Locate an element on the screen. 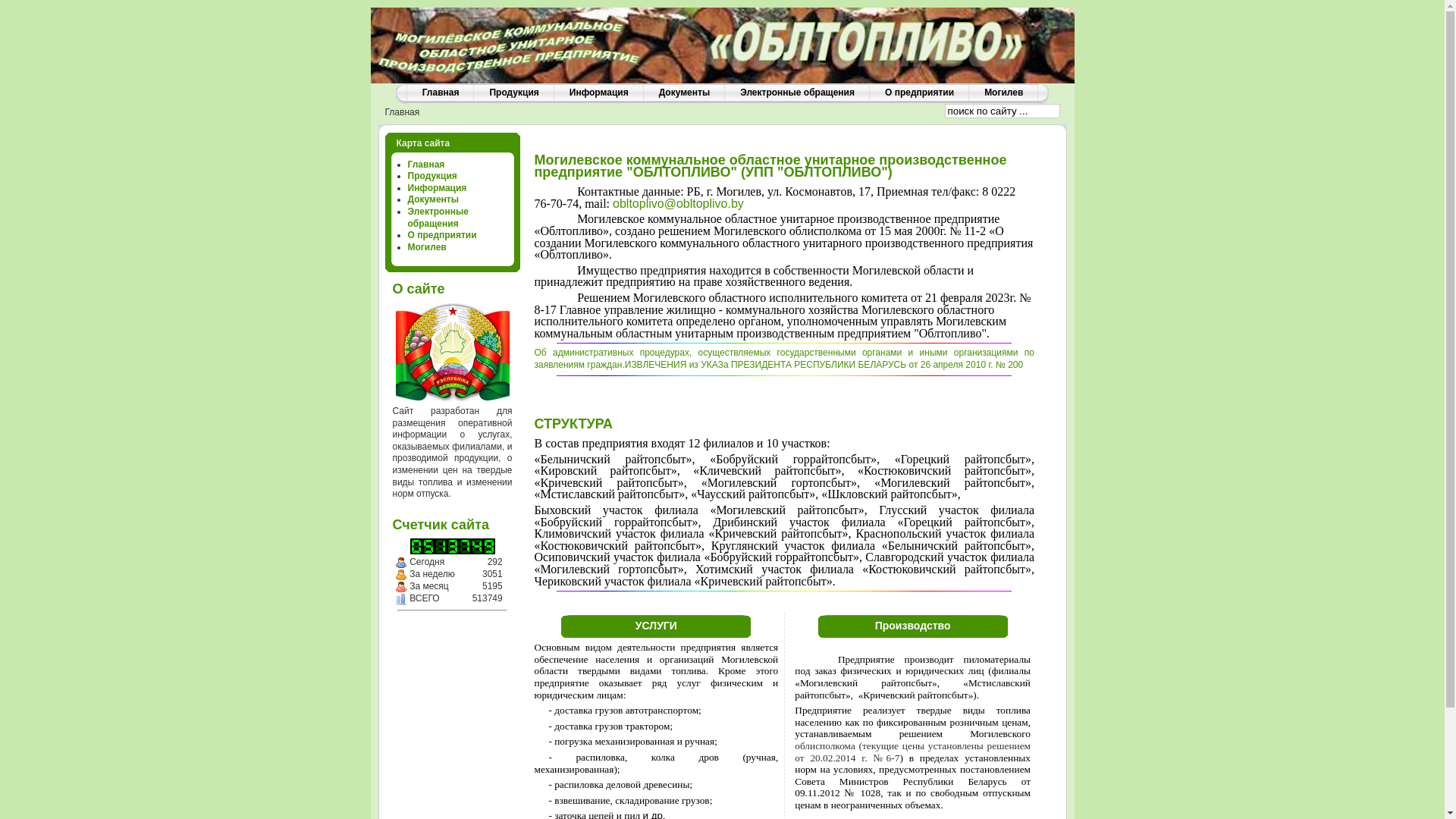 This screenshot has width=1456, height=819. 'Vinaora Visitors Counter' is located at coordinates (475, 546).